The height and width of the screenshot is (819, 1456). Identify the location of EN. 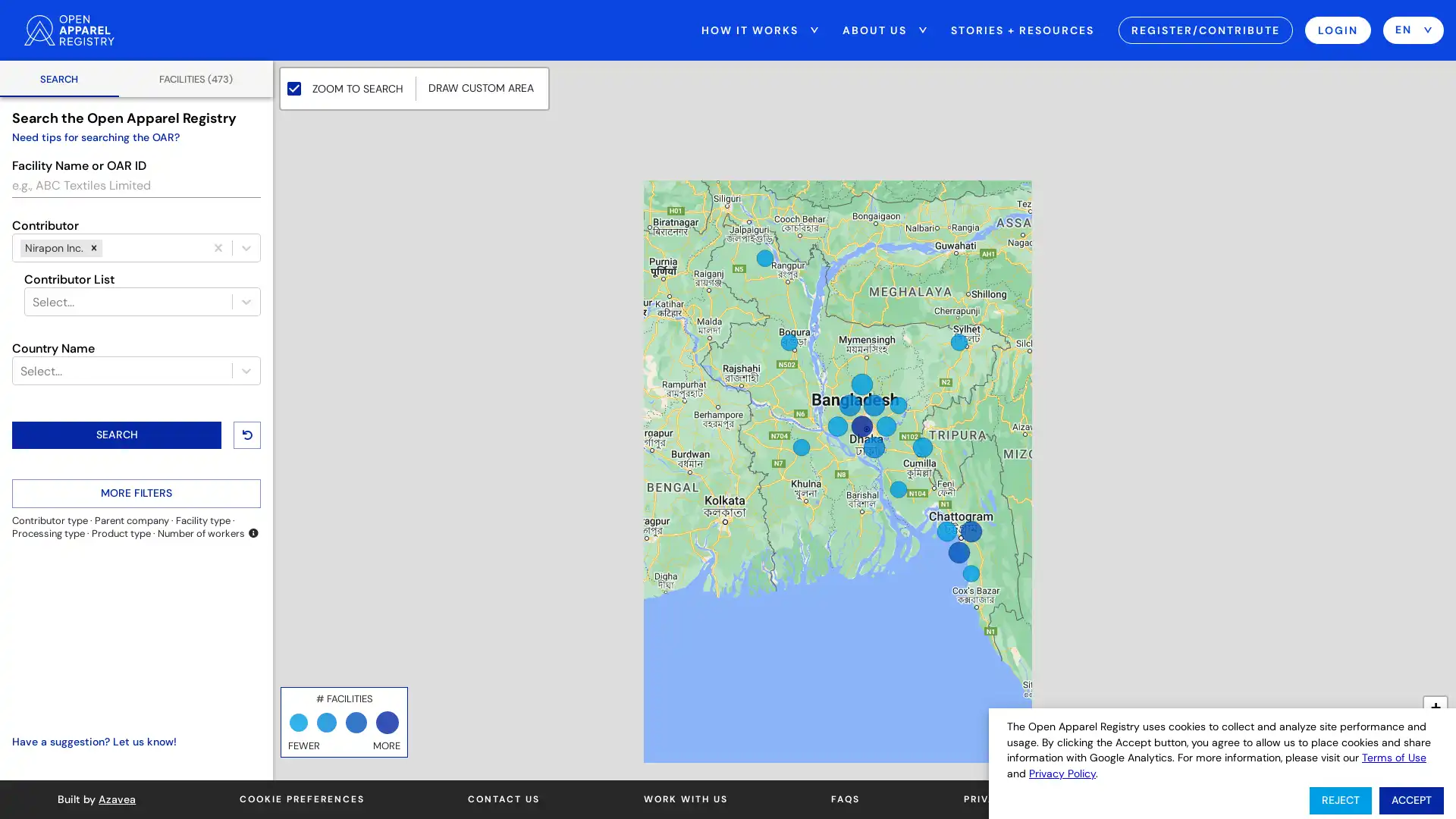
(1412, 30).